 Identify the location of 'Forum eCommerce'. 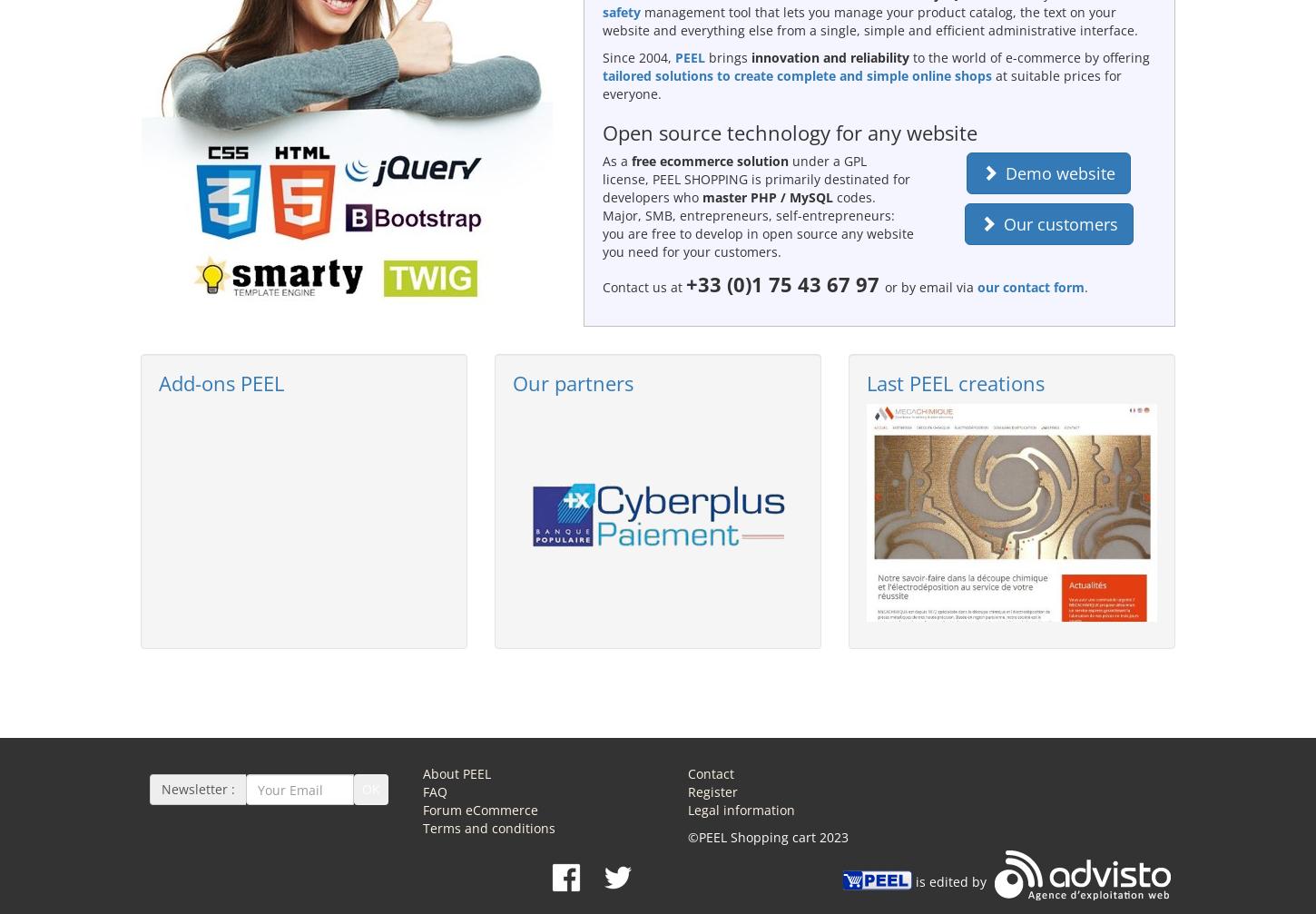
(479, 809).